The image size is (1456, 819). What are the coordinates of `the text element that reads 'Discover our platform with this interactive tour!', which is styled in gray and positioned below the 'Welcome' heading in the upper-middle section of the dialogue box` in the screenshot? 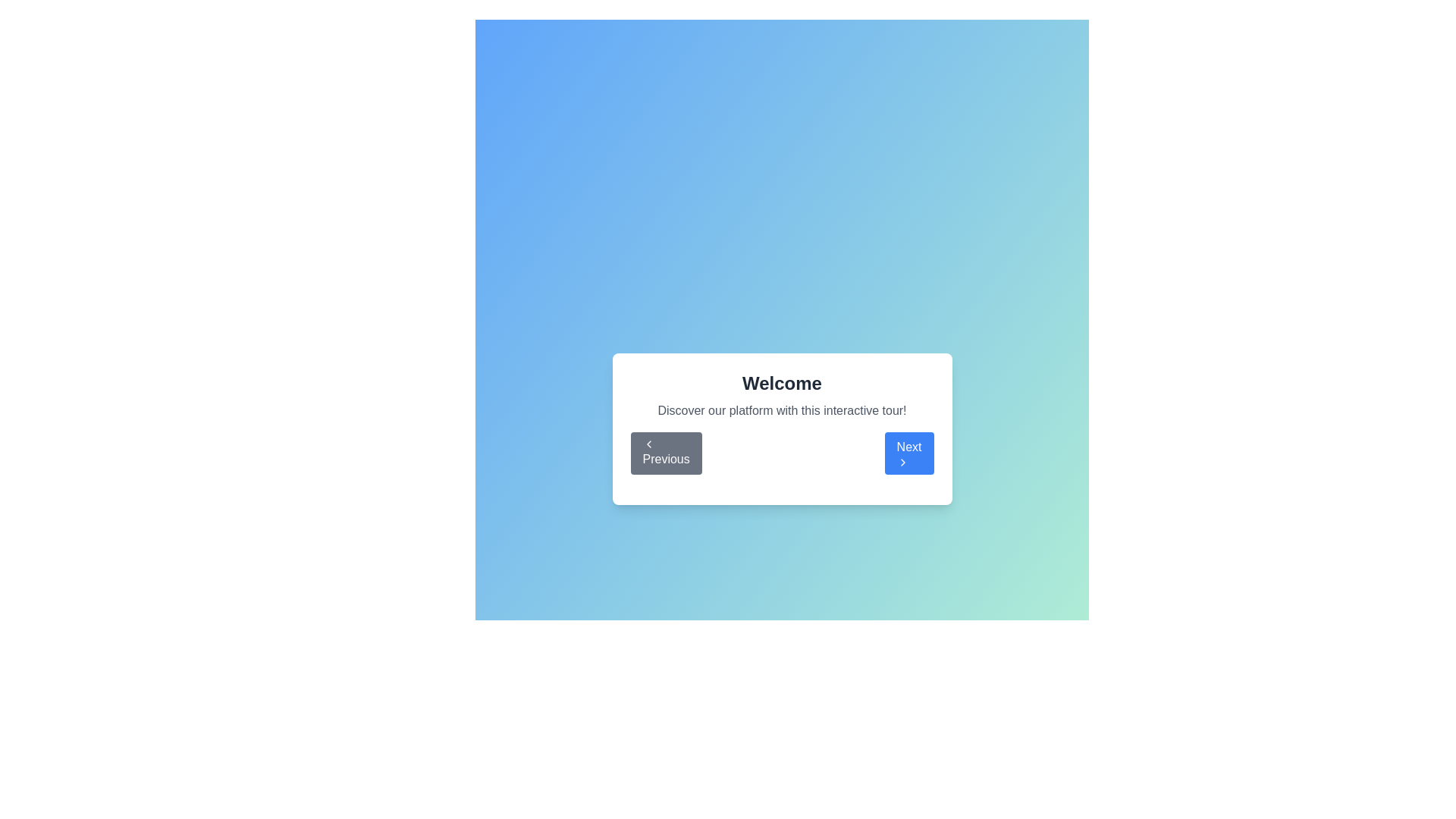 It's located at (782, 411).